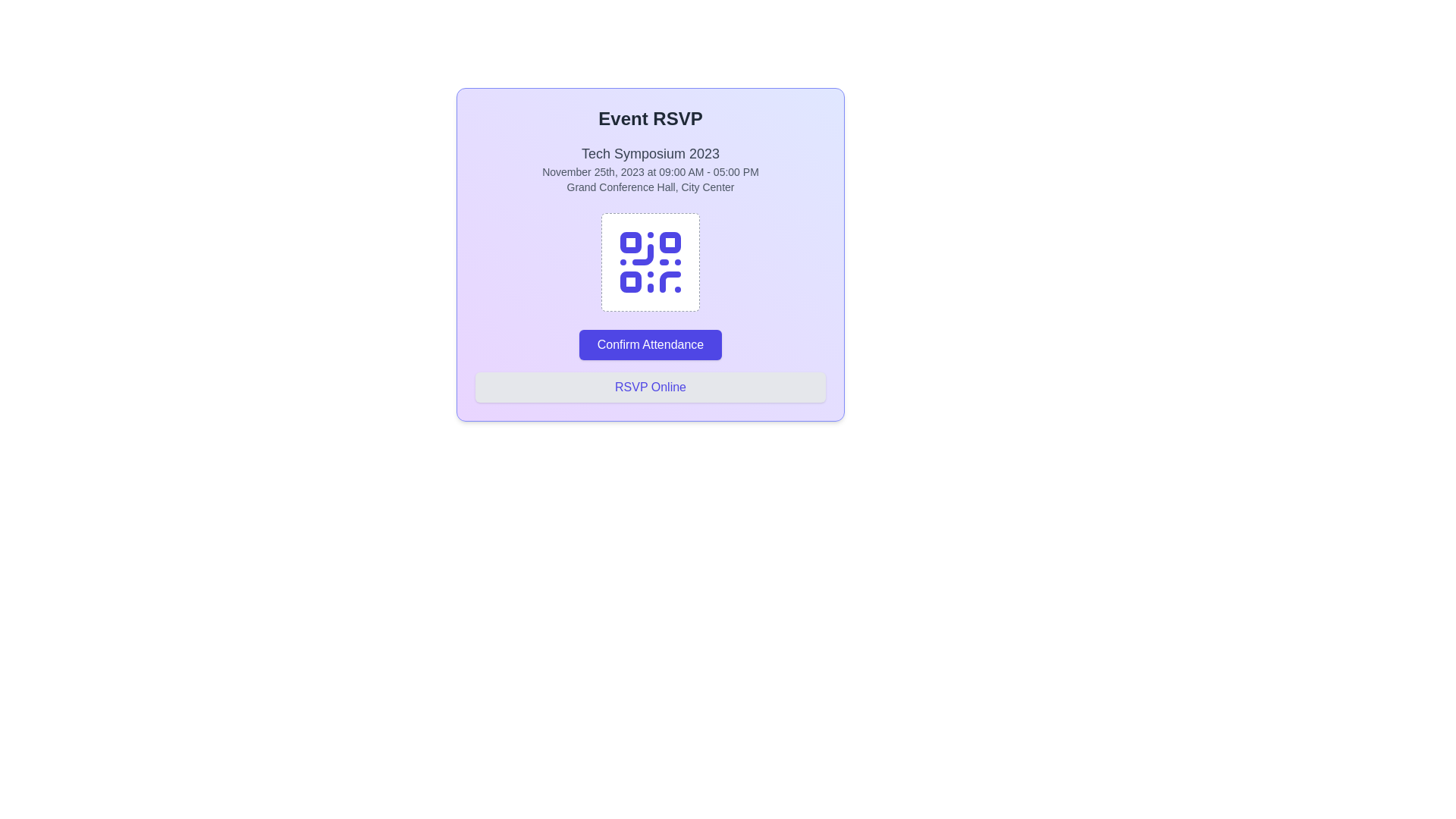 Image resolution: width=1456 pixels, height=819 pixels. I want to click on the QR code icon located in the mid-section of the RSVP card, positioned between the event details text and the 'Confirm Attendance' button, so click(651, 262).